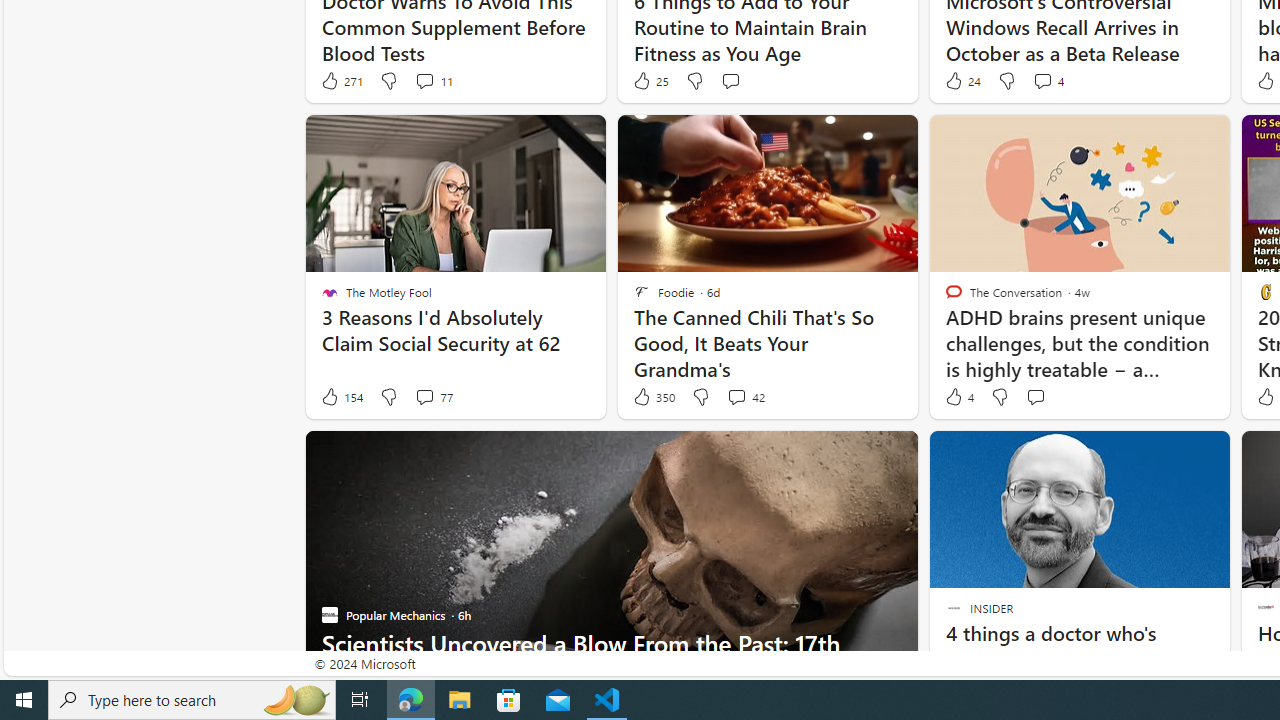  I want to click on 'View comments 77 Comment', so click(432, 397).